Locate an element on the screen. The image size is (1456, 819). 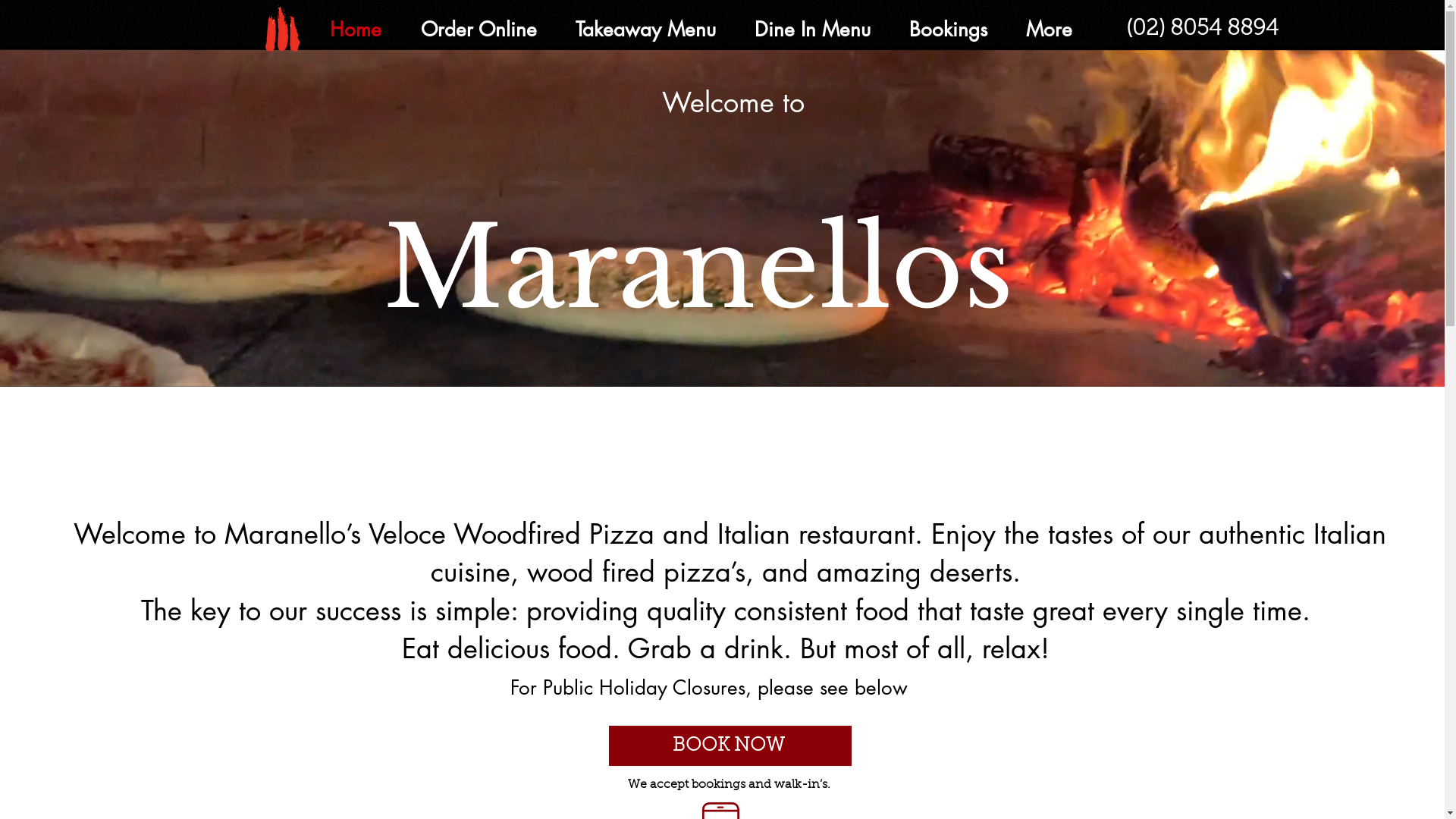
'Order Online' is located at coordinates (476, 30).